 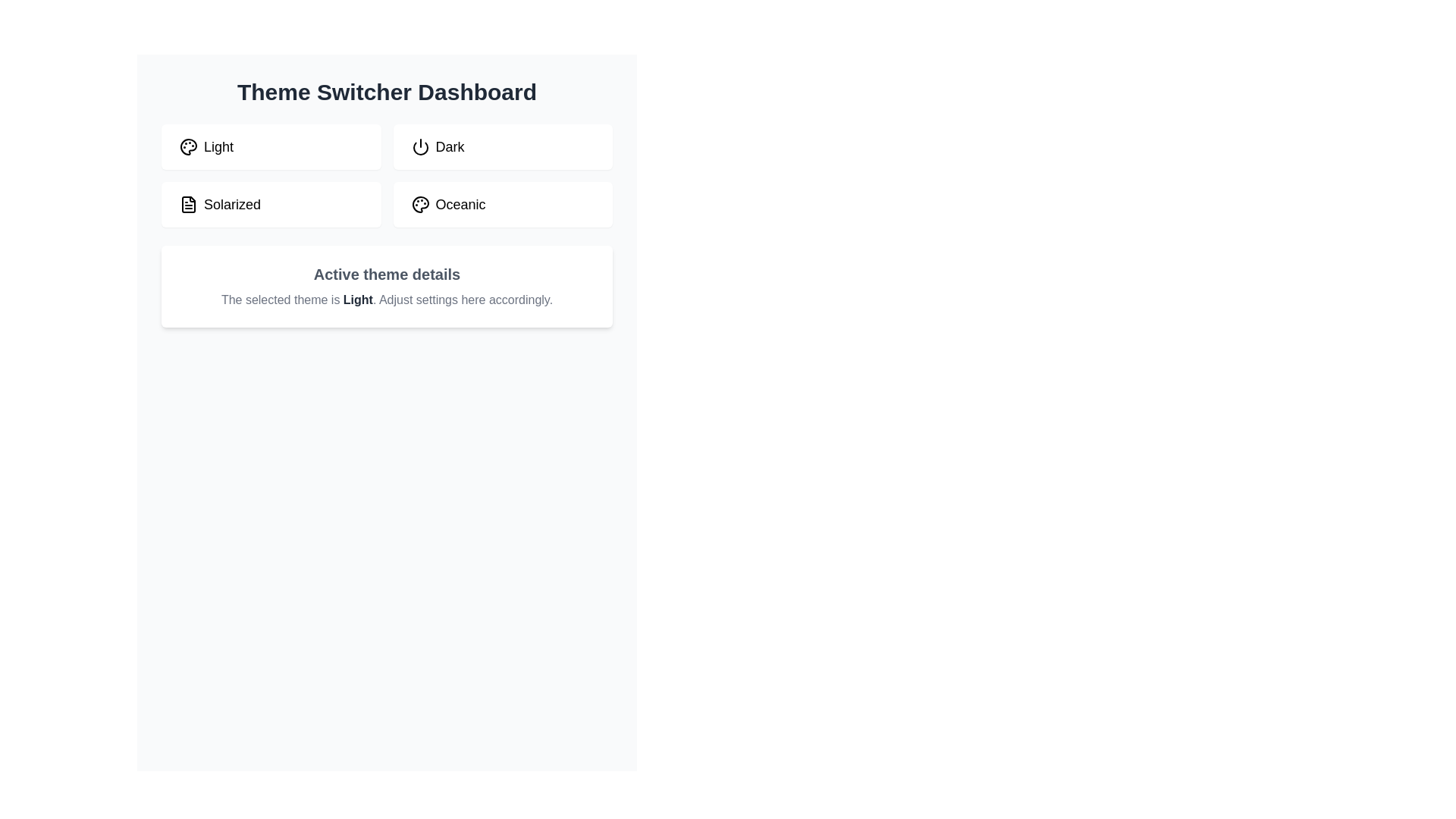 I want to click on the power icon within the 'Dark' button in the Theme Switcher Dashboard via keyboard navigation, so click(x=420, y=146).